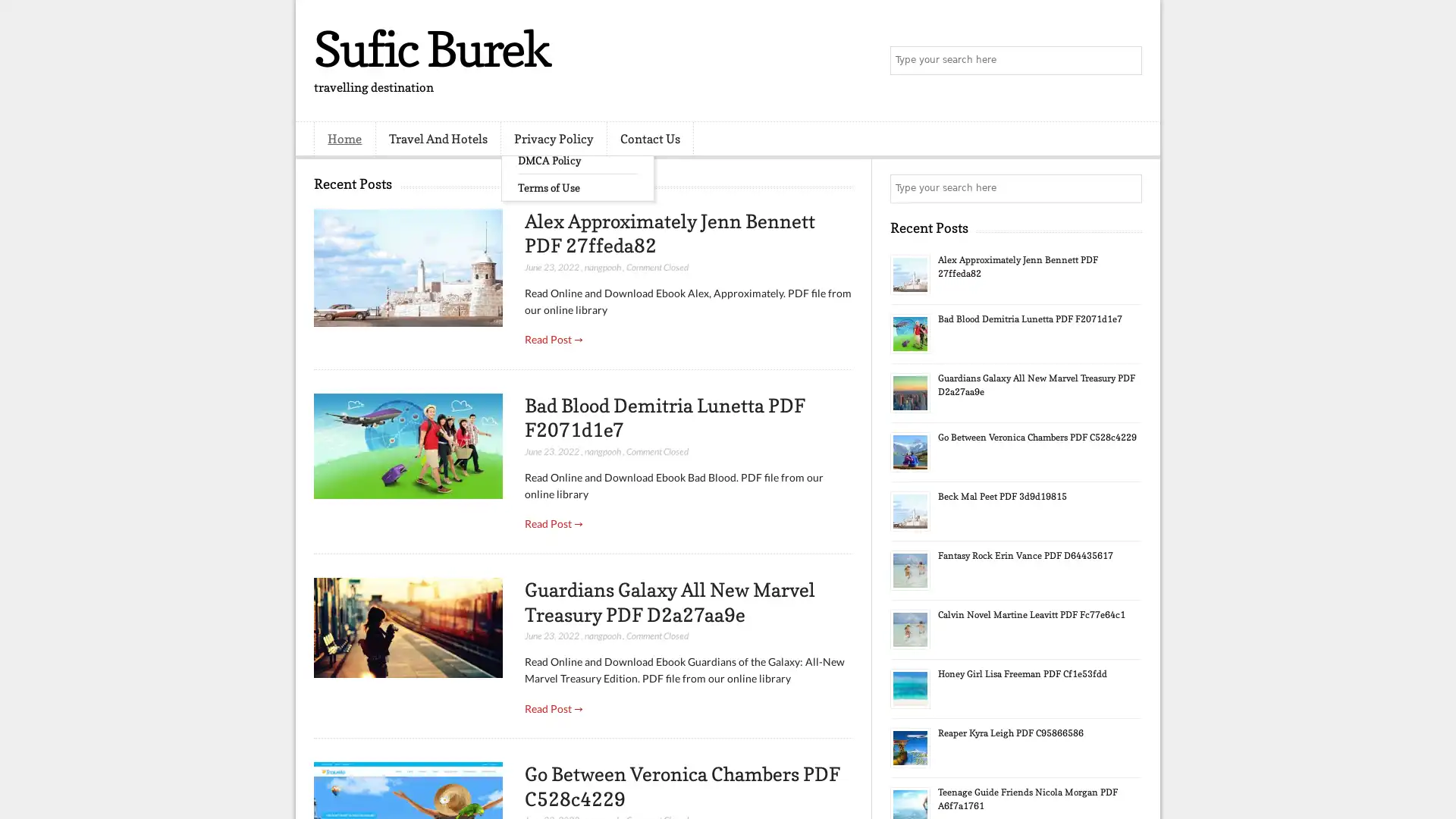 This screenshot has width=1456, height=819. Describe the element at coordinates (1126, 61) in the screenshot. I see `Search` at that location.